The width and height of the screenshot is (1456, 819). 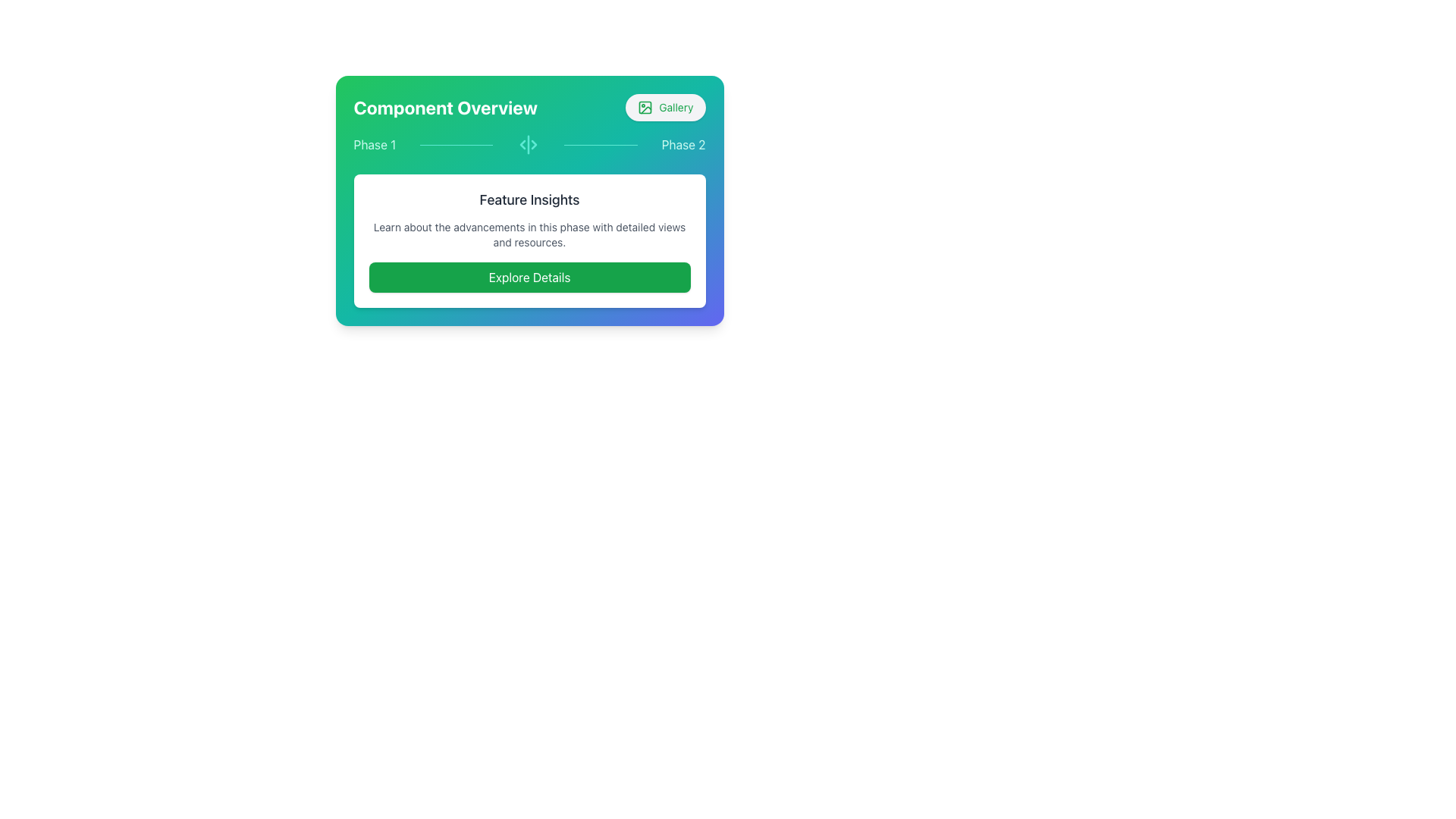 What do you see at coordinates (529, 234) in the screenshot?
I see `static text block that displays 'Learn about the advancements in this phase with detailed views and resources.' located below the 'Feature Insights' header and above the 'Explore Details' button` at bounding box center [529, 234].